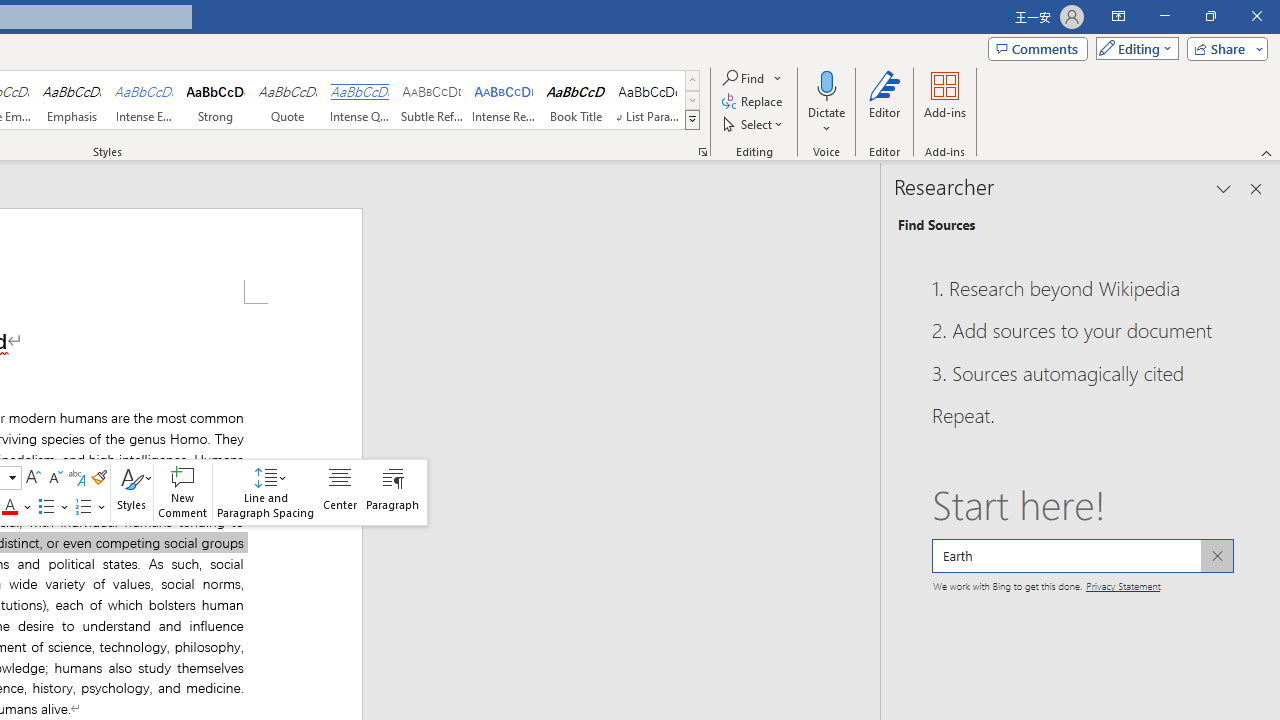  What do you see at coordinates (1123, 585) in the screenshot?
I see `'Privacy Statement'` at bounding box center [1123, 585].